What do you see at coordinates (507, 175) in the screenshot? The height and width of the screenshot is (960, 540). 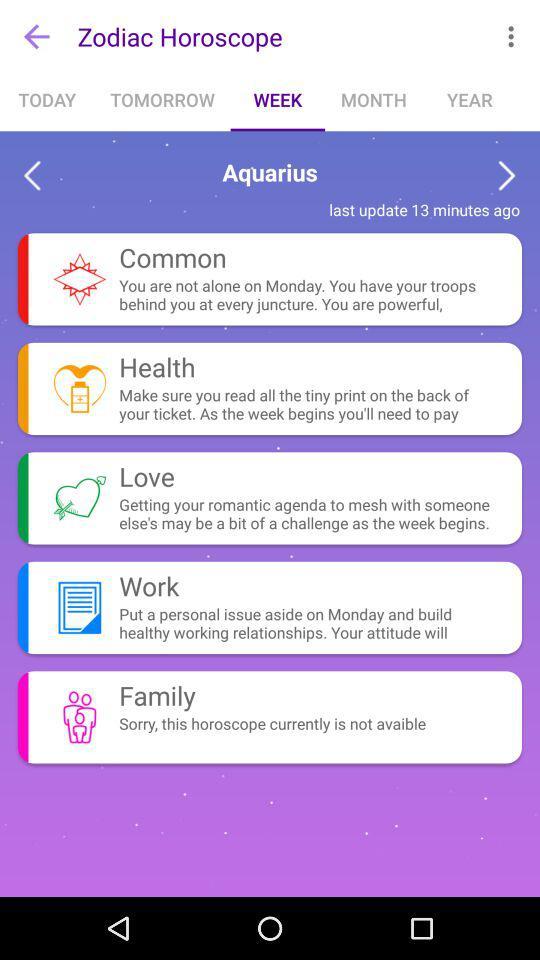 I see `next` at bounding box center [507, 175].